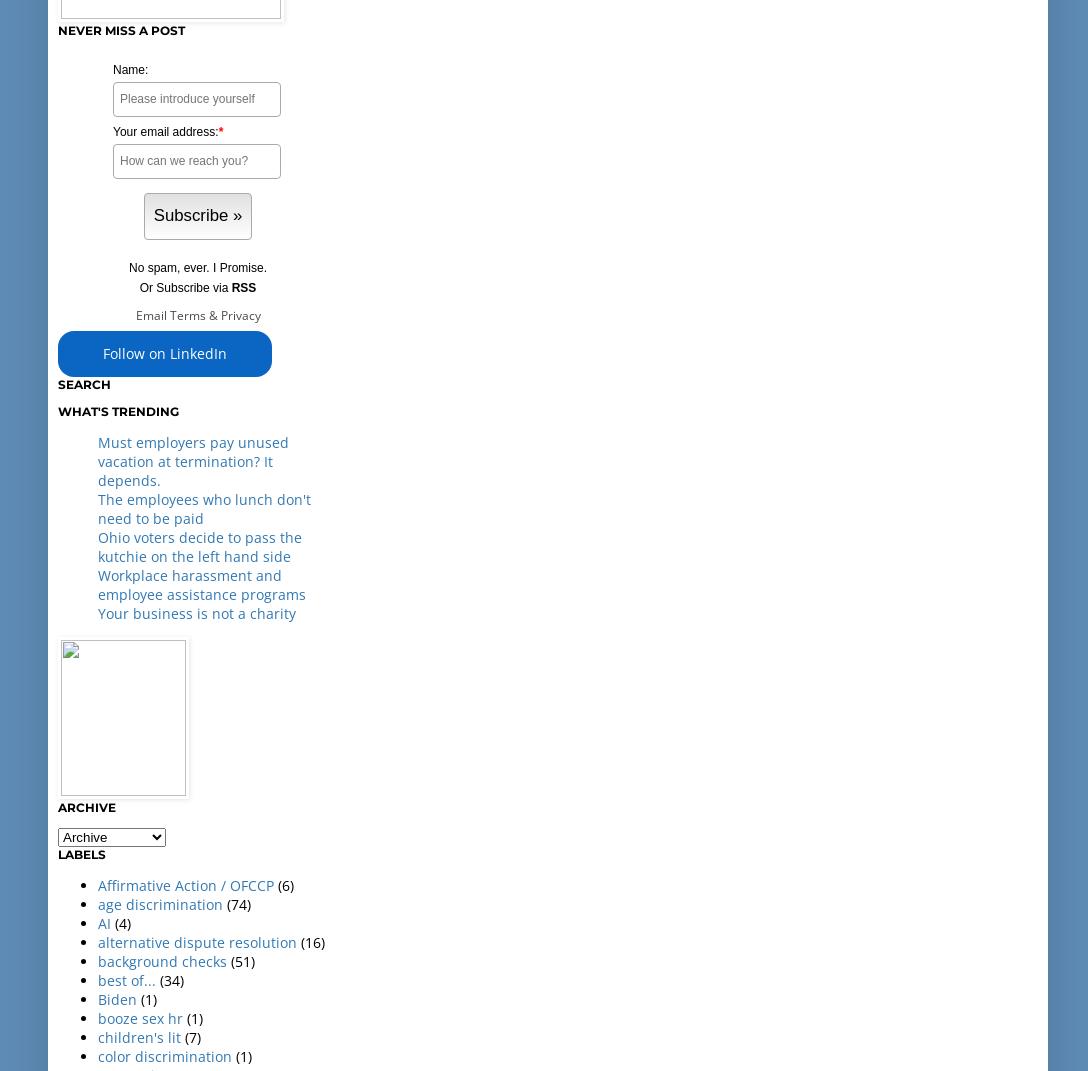  Describe the element at coordinates (211, 313) in the screenshot. I see `'&'` at that location.